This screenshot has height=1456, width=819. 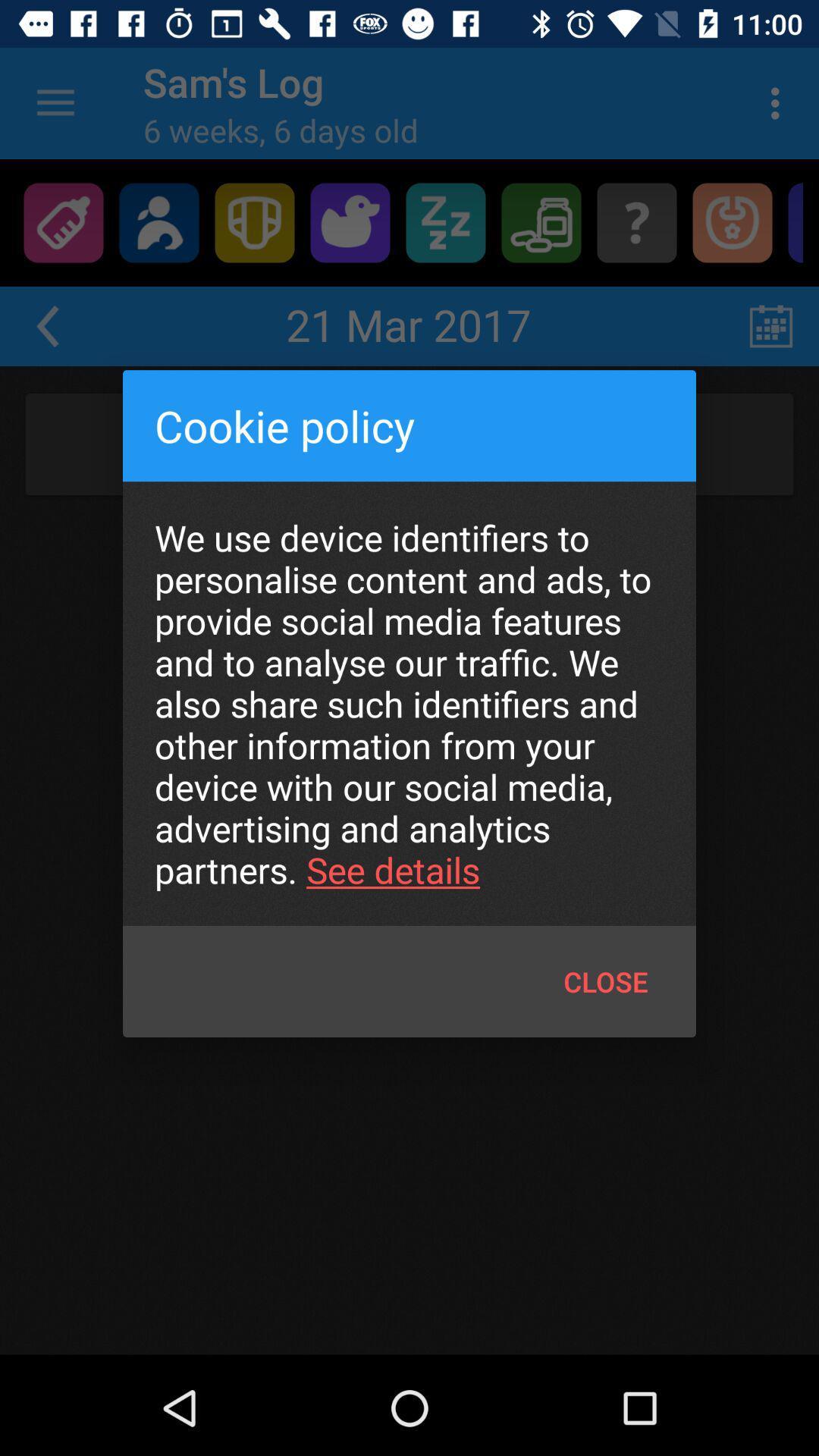 What do you see at coordinates (605, 981) in the screenshot?
I see `close item` at bounding box center [605, 981].